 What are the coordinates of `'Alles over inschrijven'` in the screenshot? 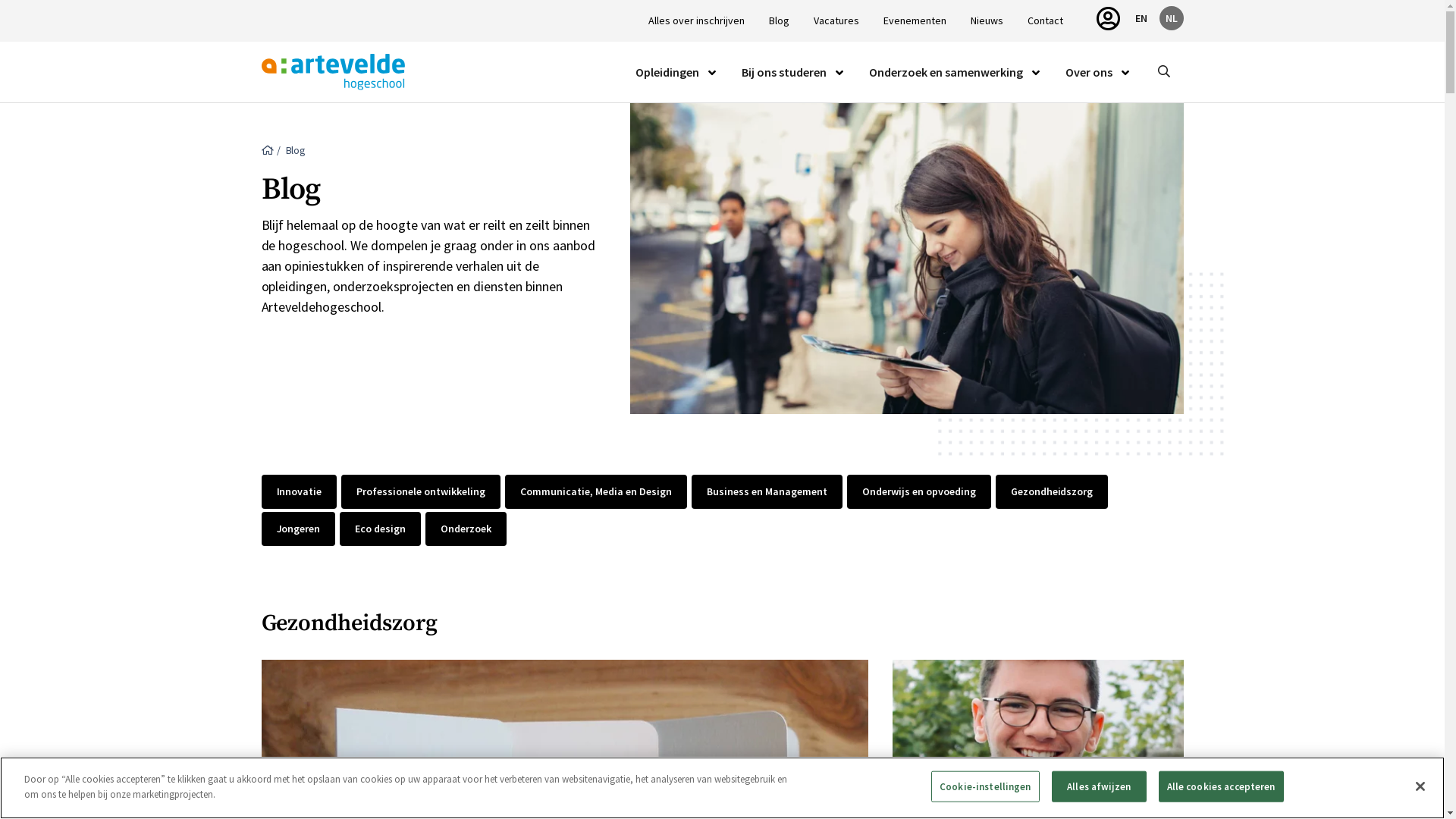 It's located at (695, 20).